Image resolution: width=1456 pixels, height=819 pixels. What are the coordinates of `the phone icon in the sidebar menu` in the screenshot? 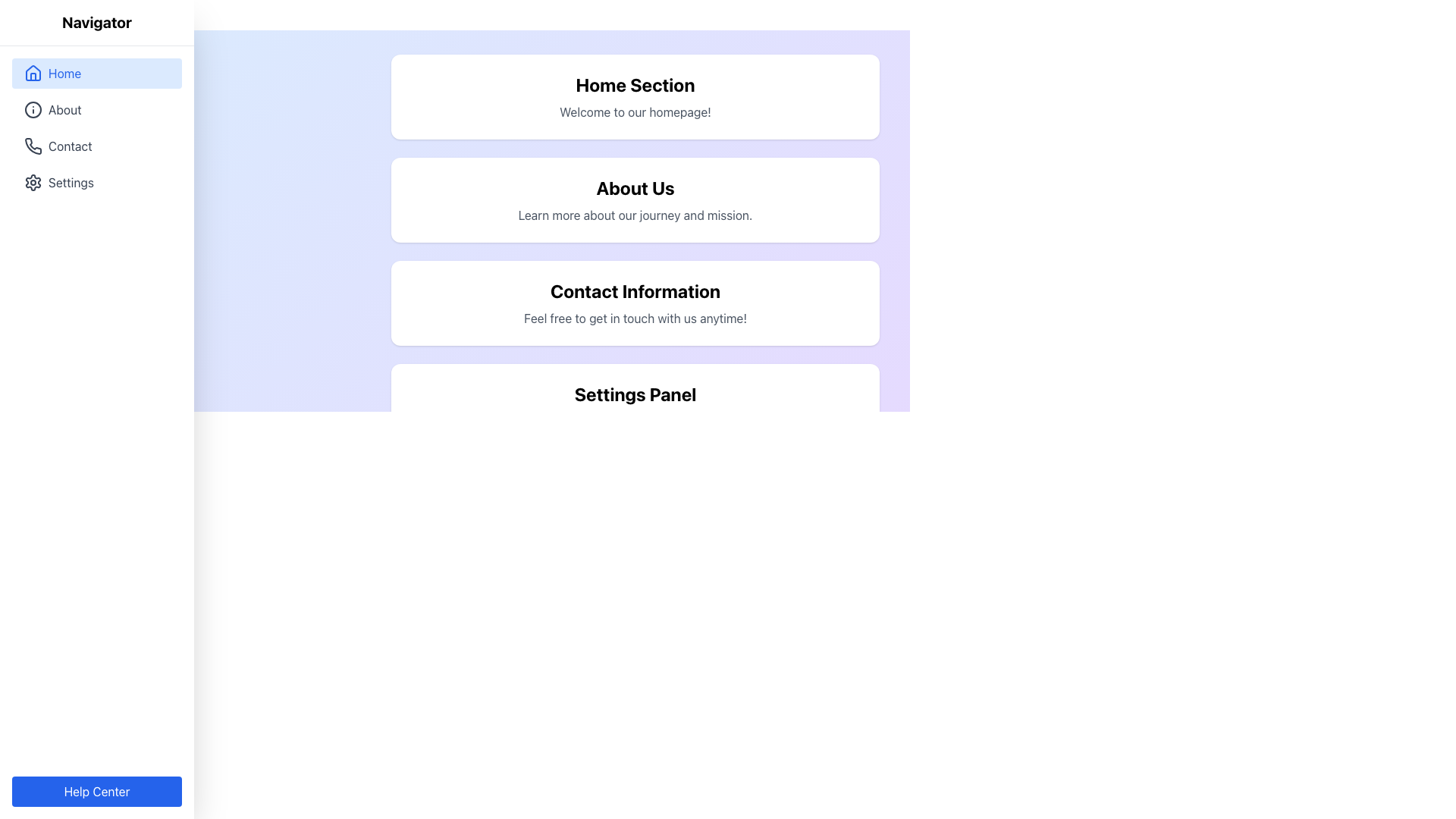 It's located at (33, 146).